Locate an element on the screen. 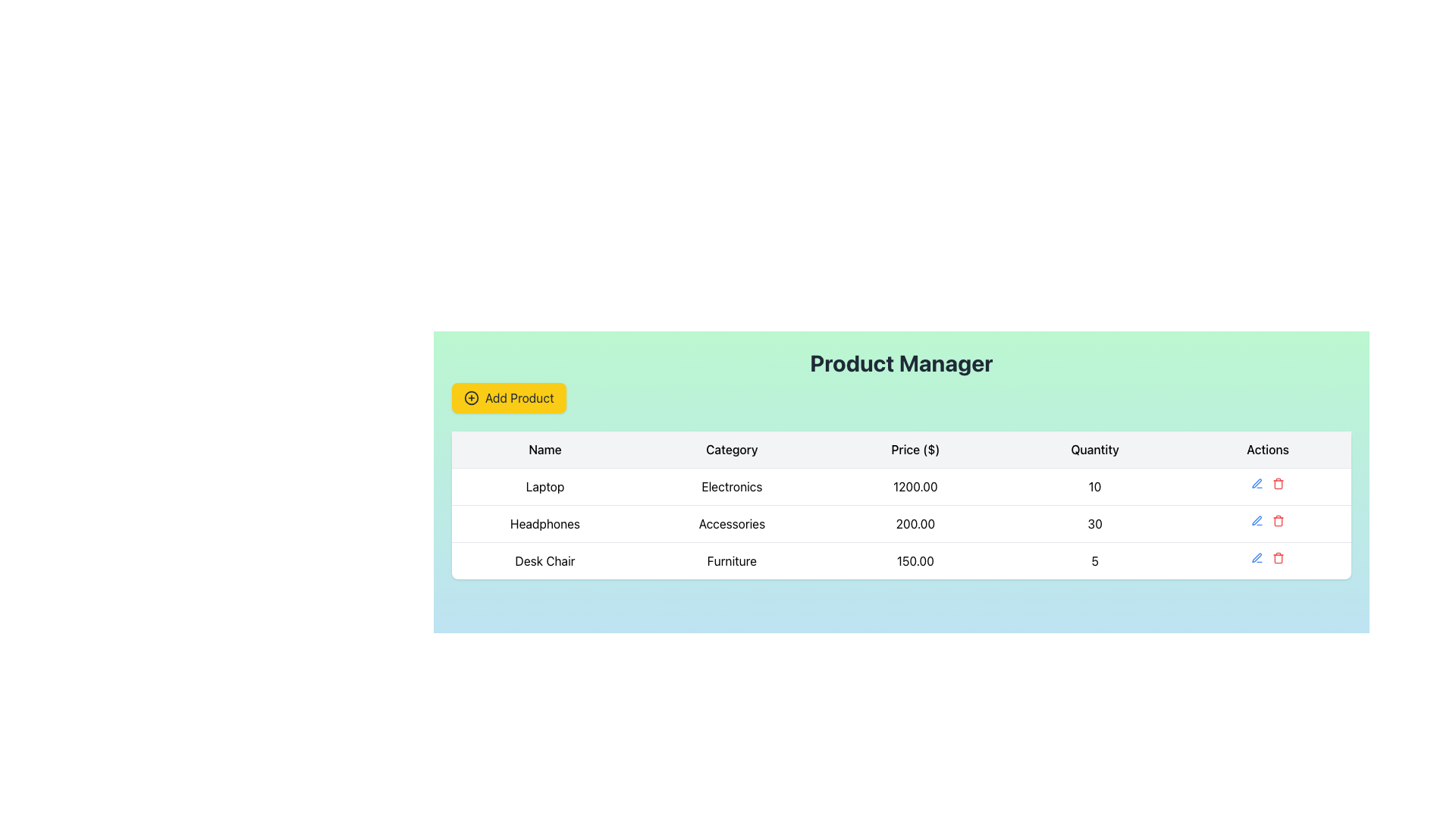 Image resolution: width=1456 pixels, height=819 pixels. the third row of the table under the 'Product Manager' heading that displays details for 'Desk Chair' is located at coordinates (902, 560).